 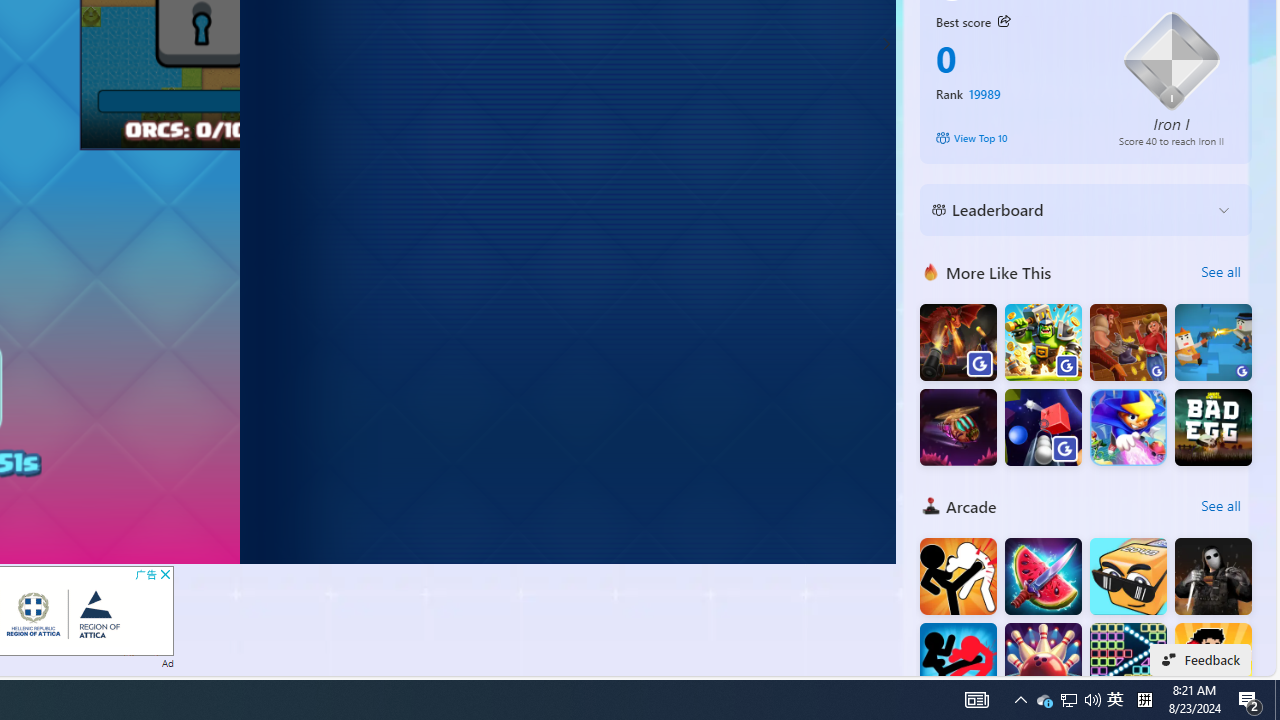 What do you see at coordinates (1128, 576) in the screenshot?
I see `'Cubes2048'` at bounding box center [1128, 576].